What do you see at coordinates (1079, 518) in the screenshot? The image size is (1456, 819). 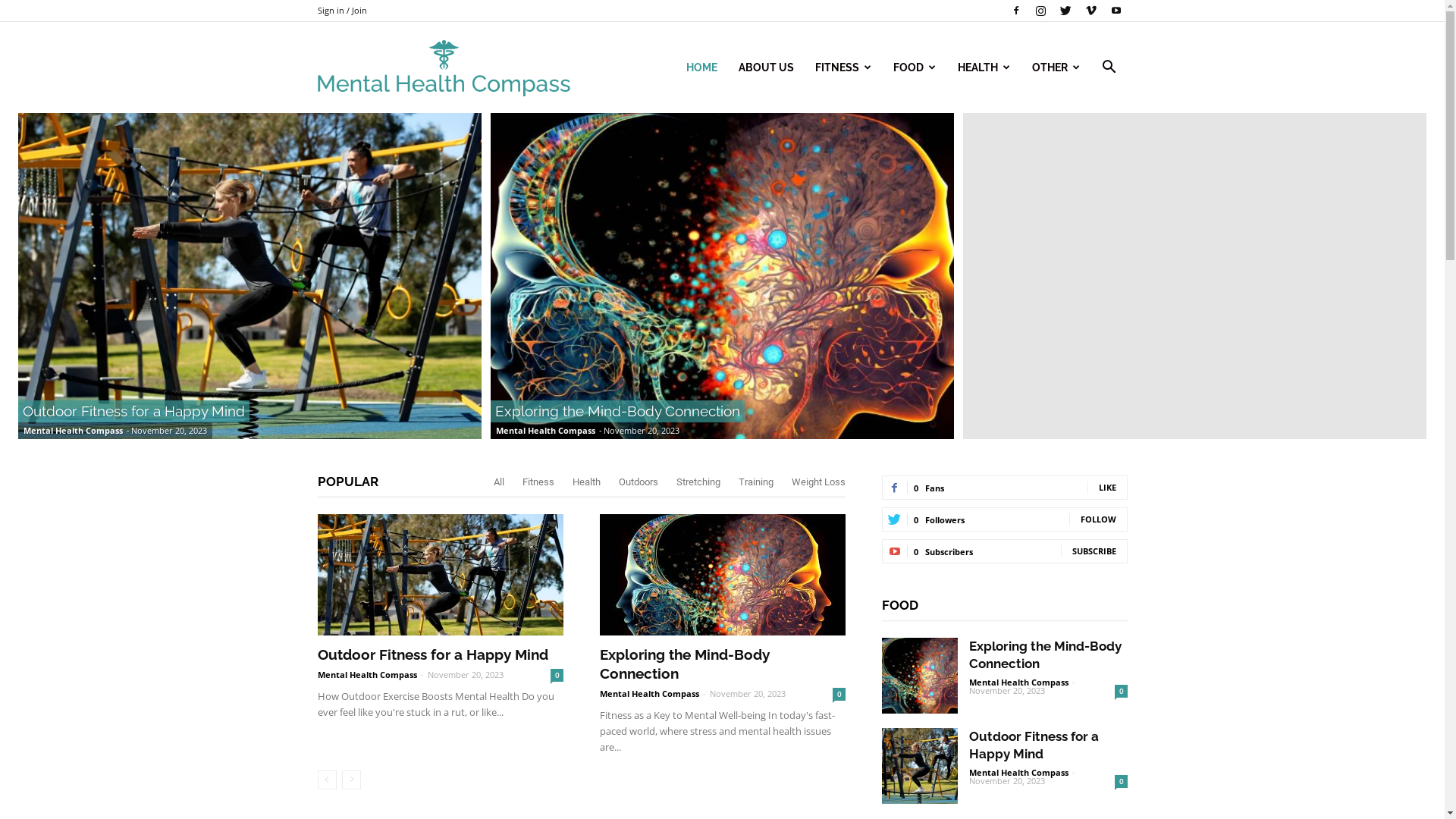 I see `'FOLLOW'` at bounding box center [1079, 518].